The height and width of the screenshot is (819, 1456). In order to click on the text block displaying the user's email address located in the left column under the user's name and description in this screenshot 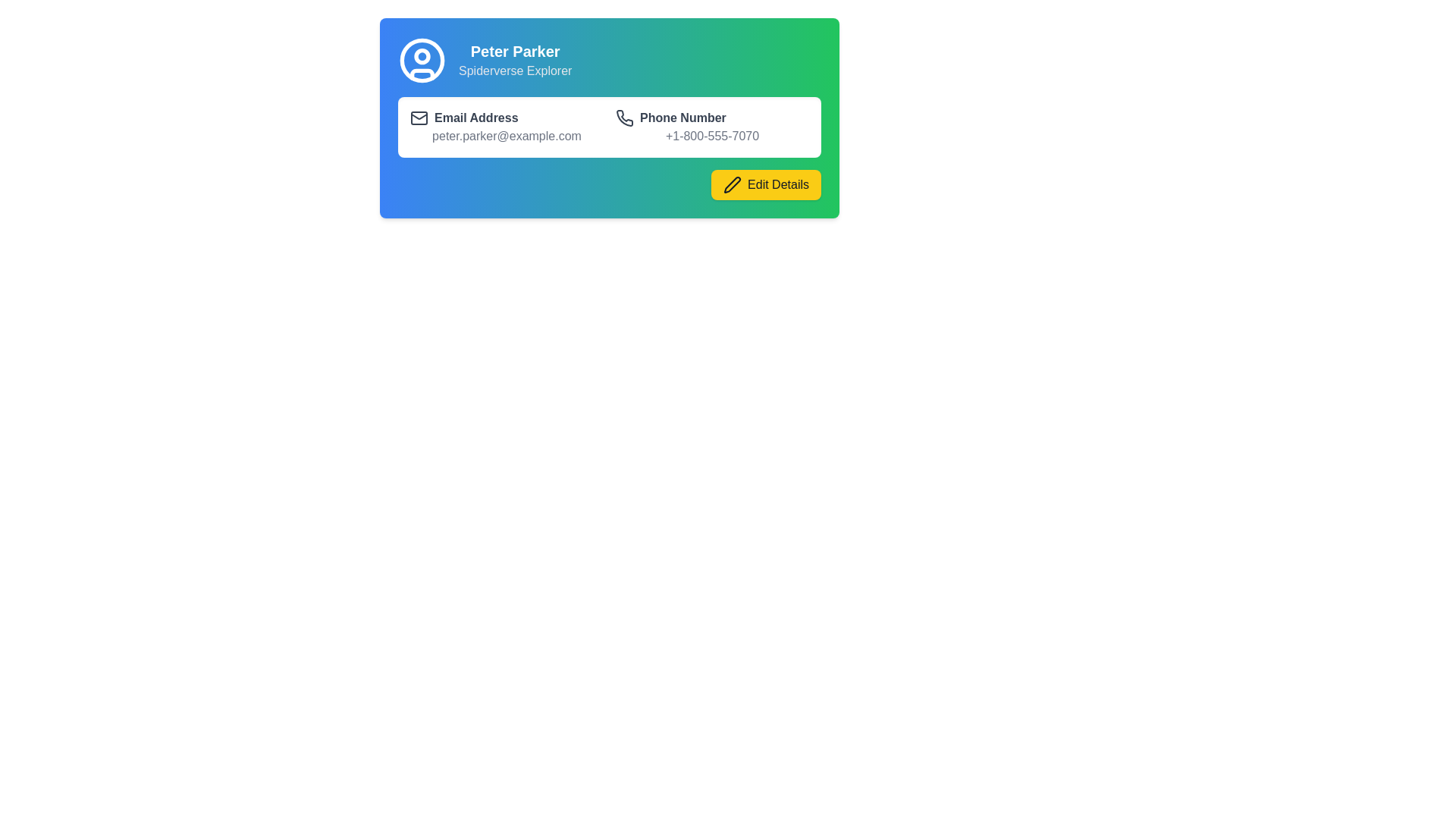, I will do `click(507, 127)`.